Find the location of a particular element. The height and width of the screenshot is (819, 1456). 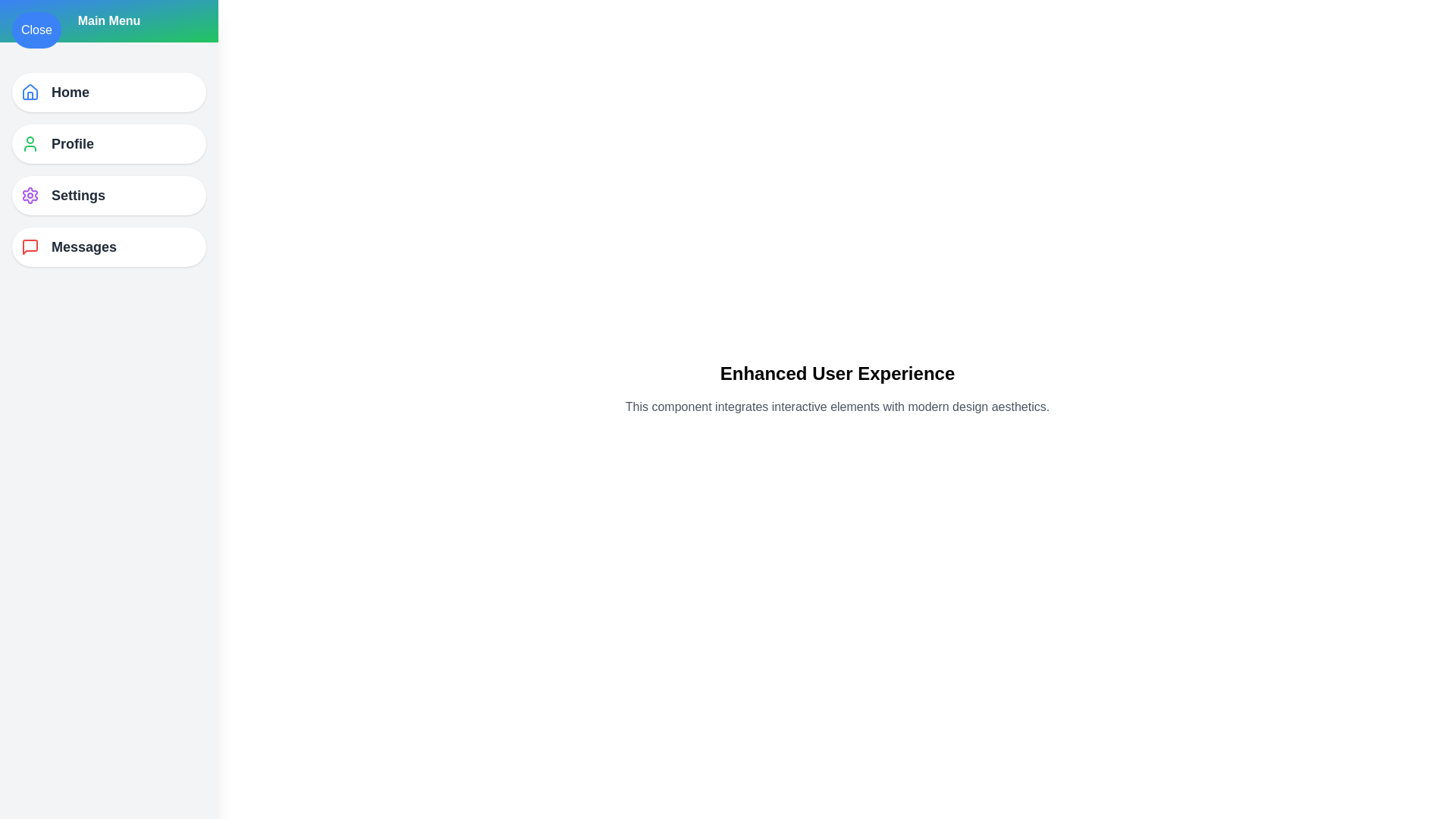

the menu item Settings is located at coordinates (108, 195).